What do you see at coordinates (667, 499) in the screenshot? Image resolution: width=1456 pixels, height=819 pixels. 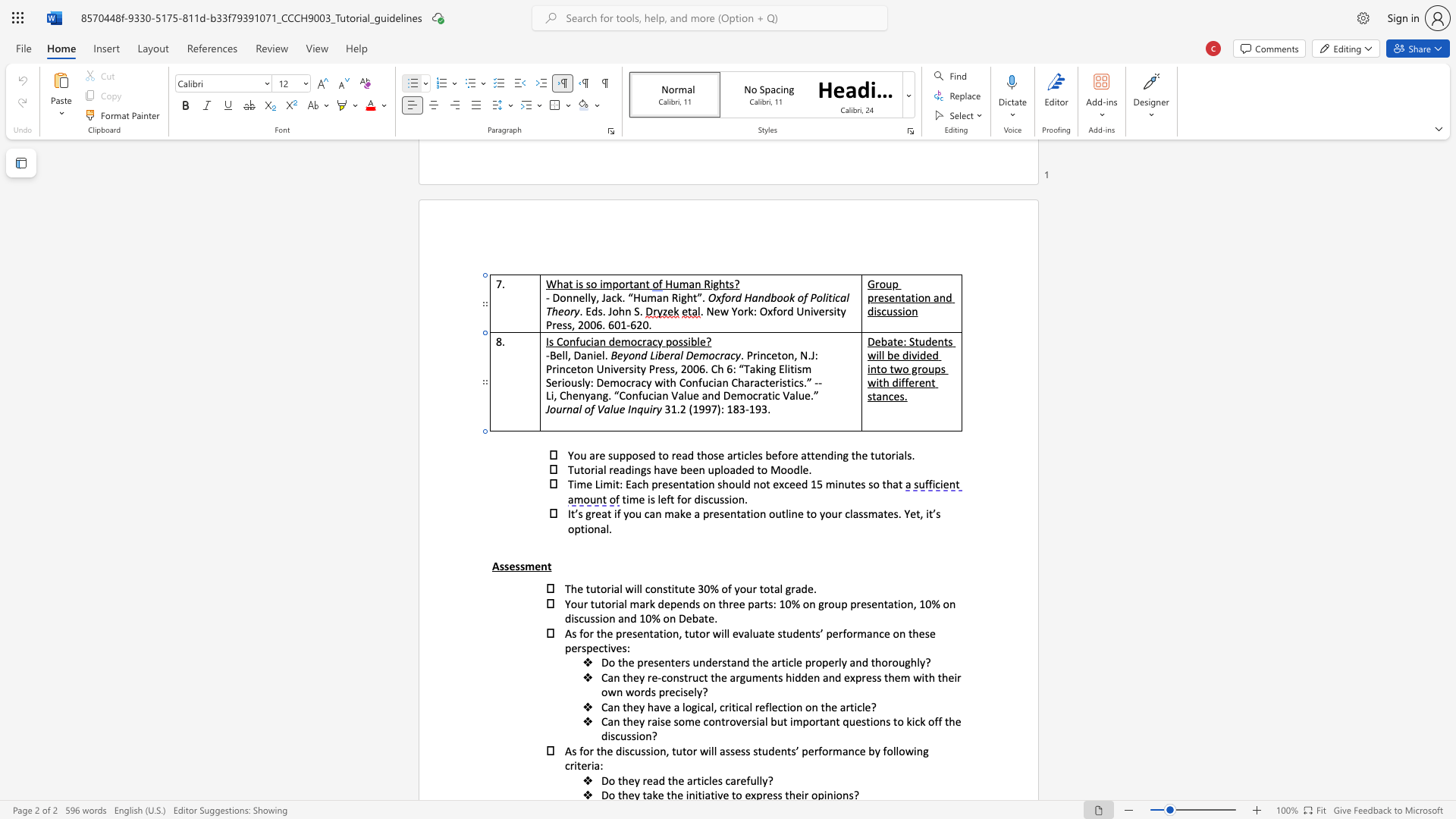 I see `the 1th character "f" in the text` at bounding box center [667, 499].